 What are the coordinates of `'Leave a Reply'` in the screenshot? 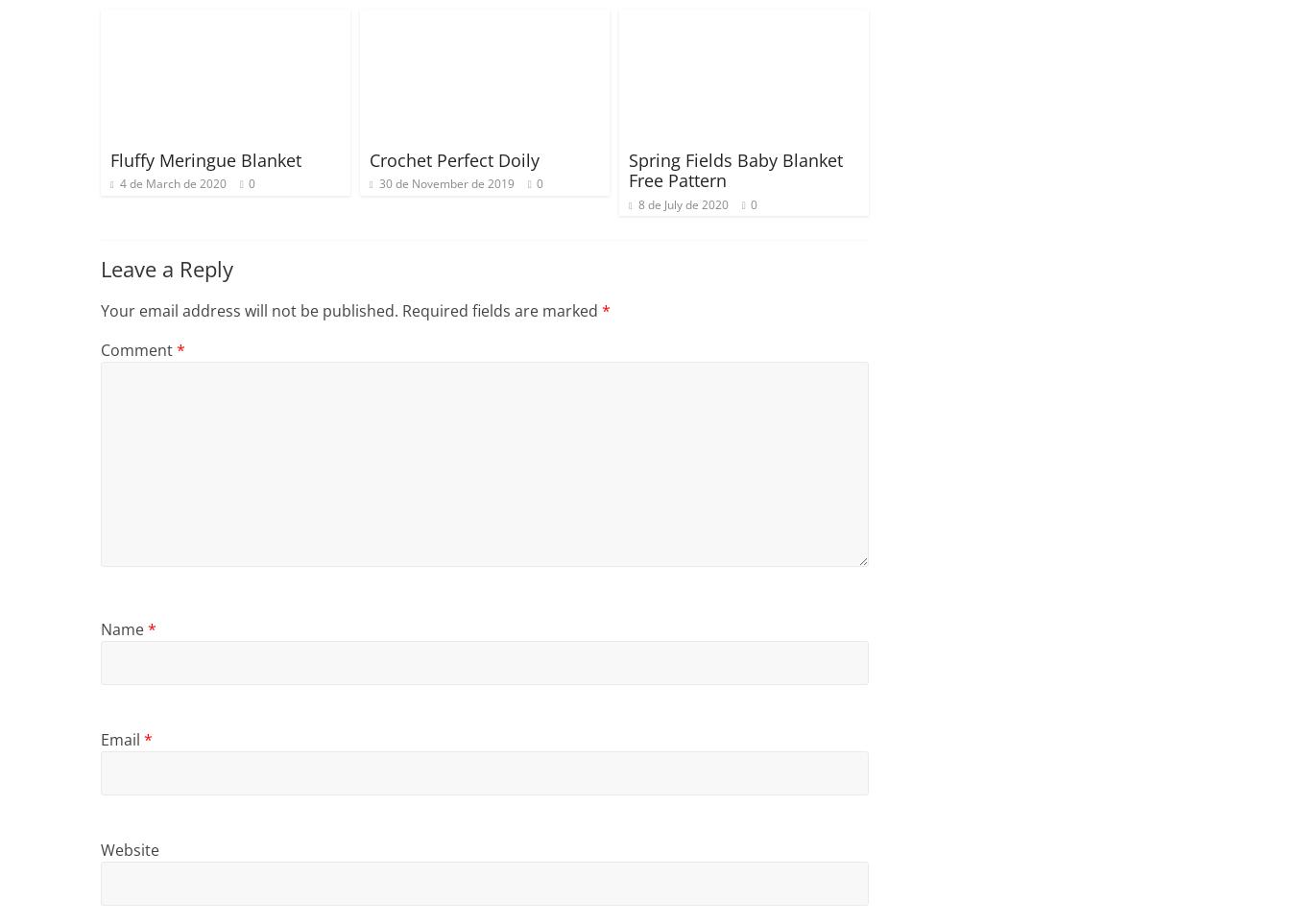 It's located at (167, 268).